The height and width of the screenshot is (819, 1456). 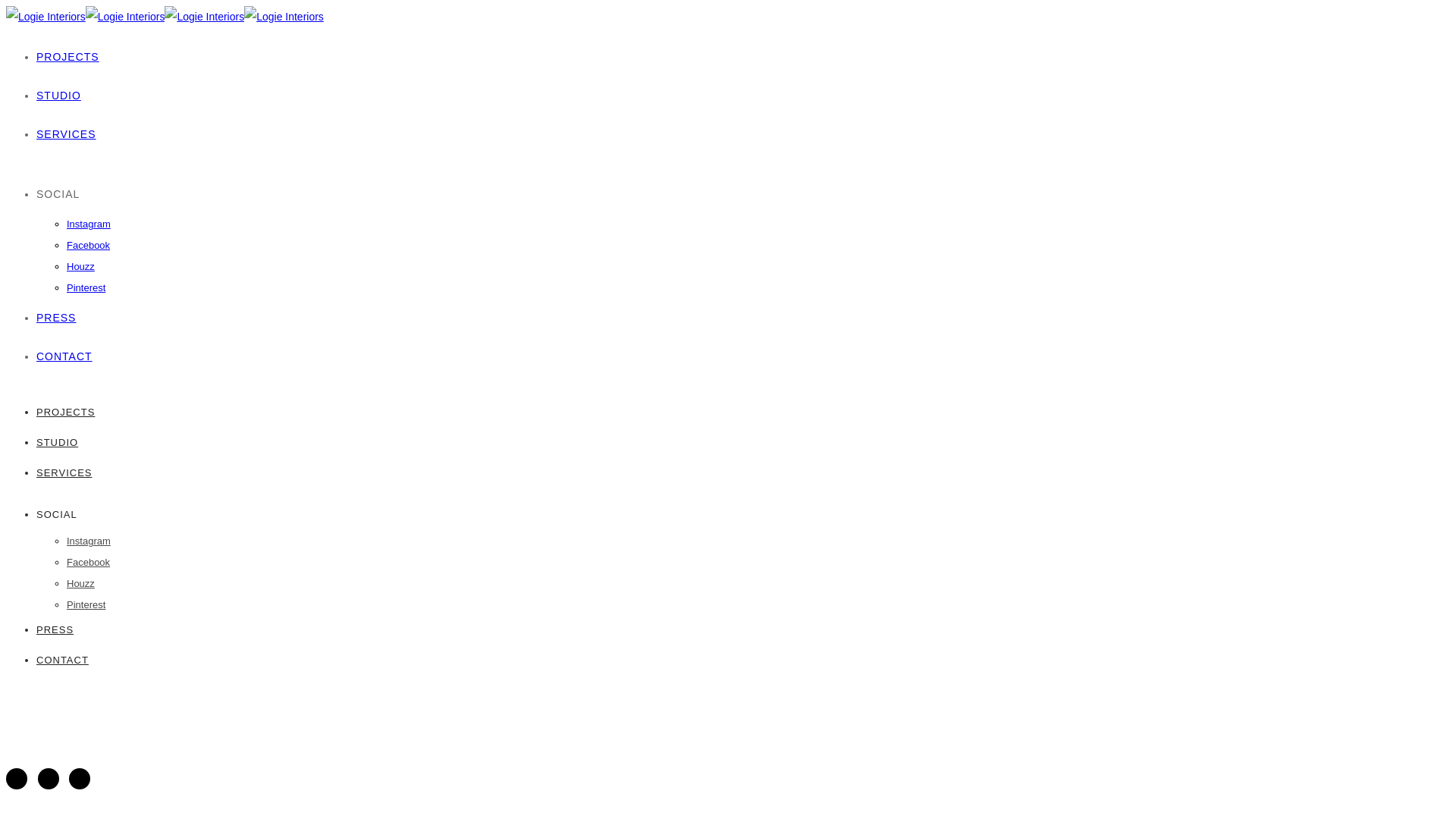 What do you see at coordinates (61, 659) in the screenshot?
I see `'CONTACT'` at bounding box center [61, 659].